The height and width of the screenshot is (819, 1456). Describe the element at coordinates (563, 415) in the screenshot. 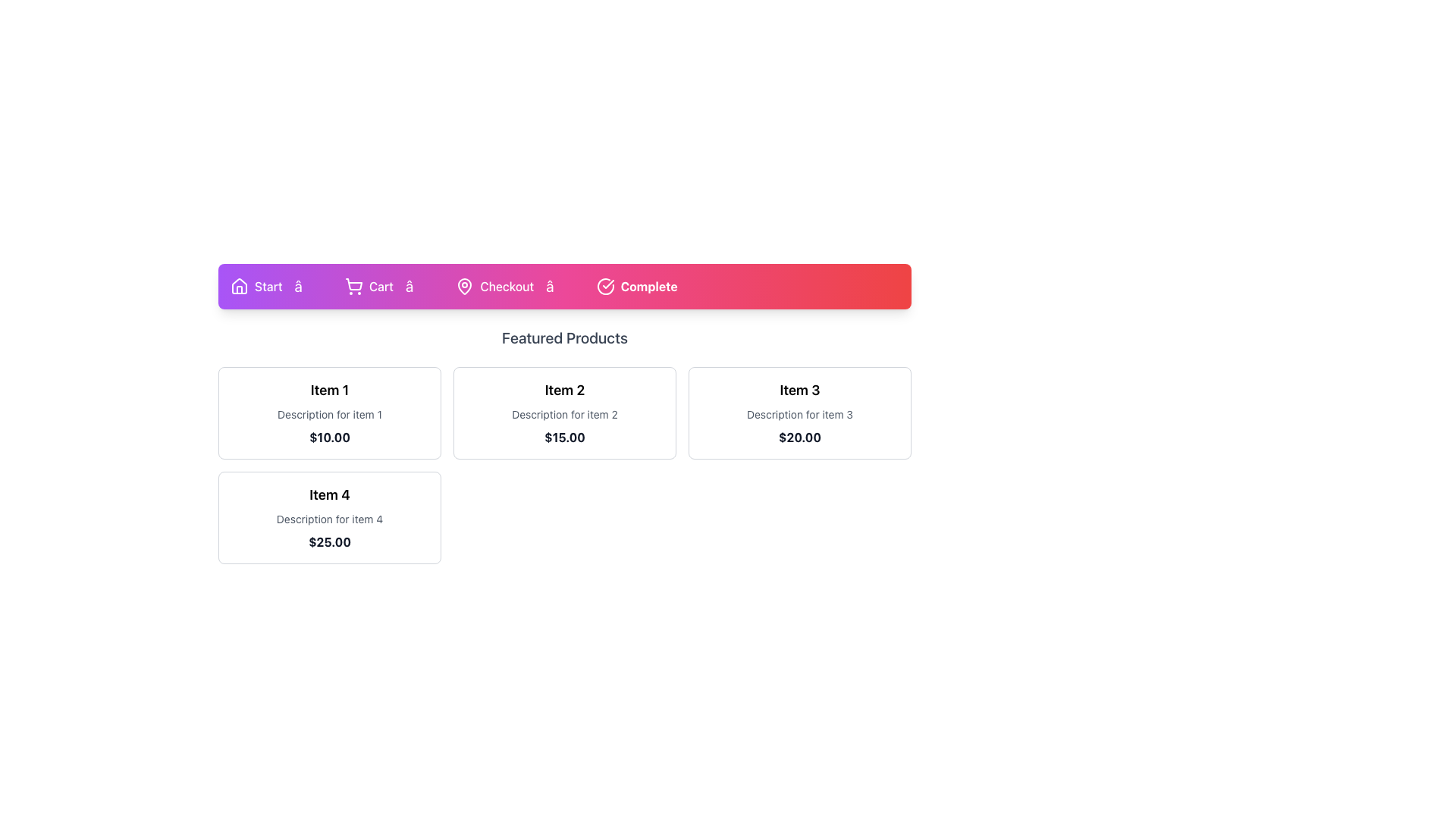

I see `description text of the Text Label located below the title 'Item 2' and above the price '$15.00' in the 'Featured Products' section` at that location.